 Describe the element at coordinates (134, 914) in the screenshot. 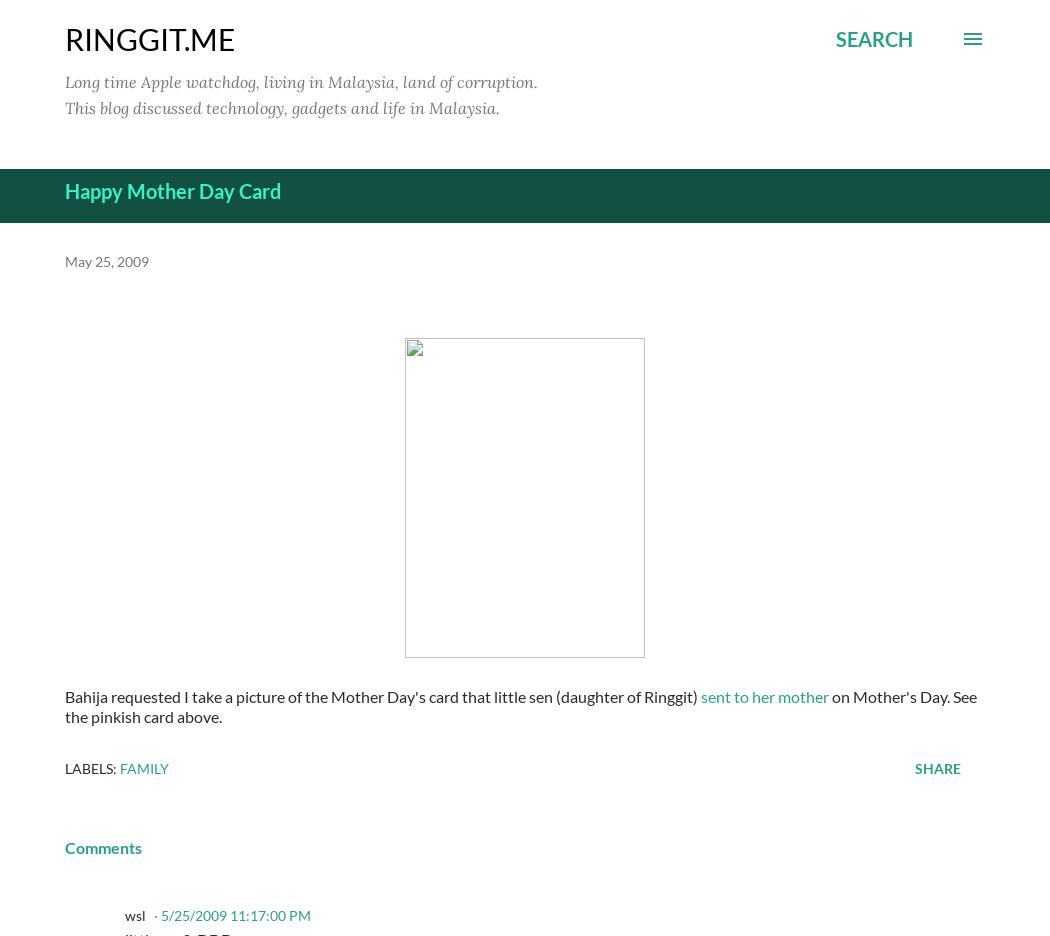

I see `'wsl'` at that location.